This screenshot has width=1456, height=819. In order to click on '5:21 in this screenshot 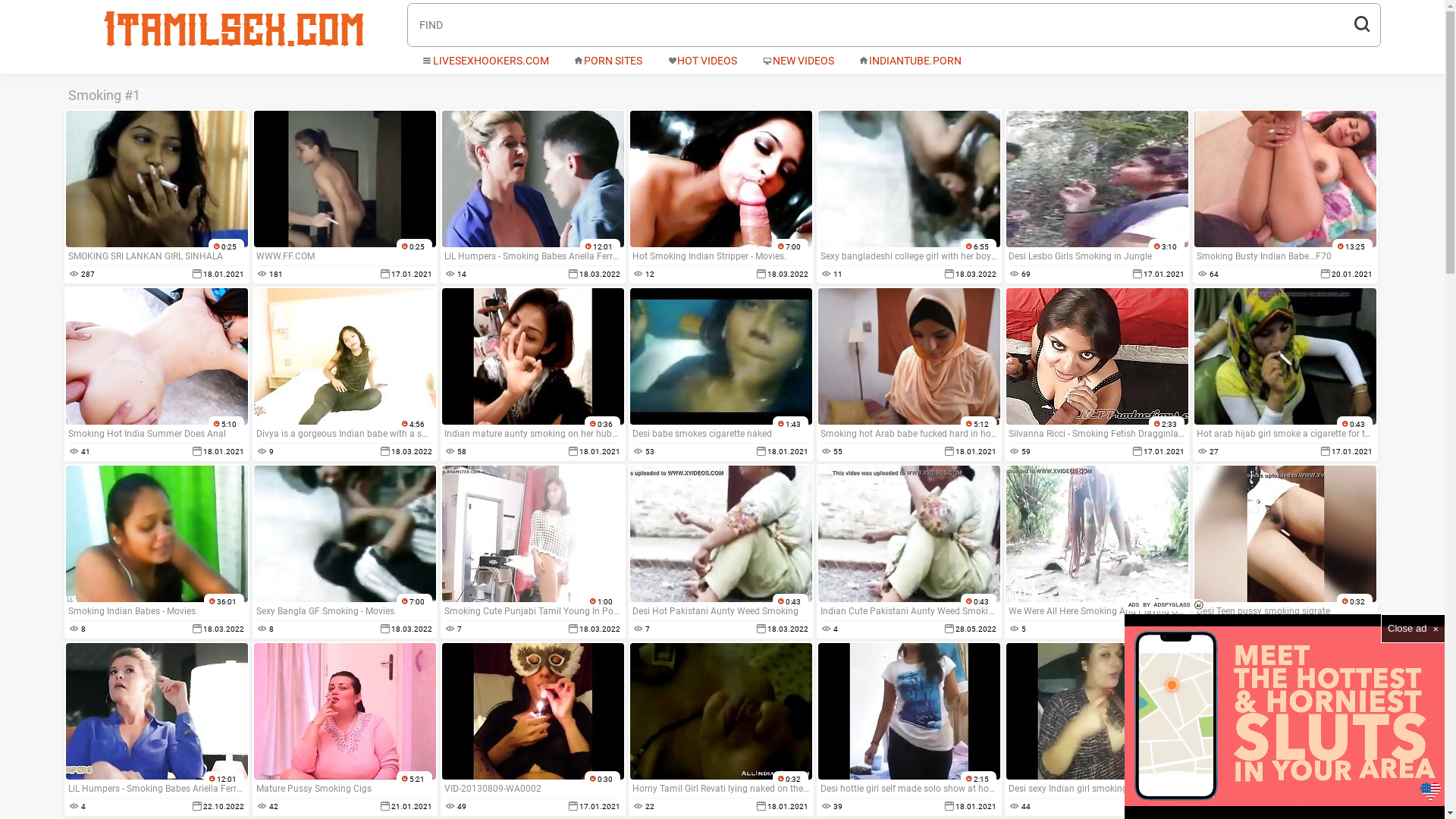, I will do `click(344, 727)`.